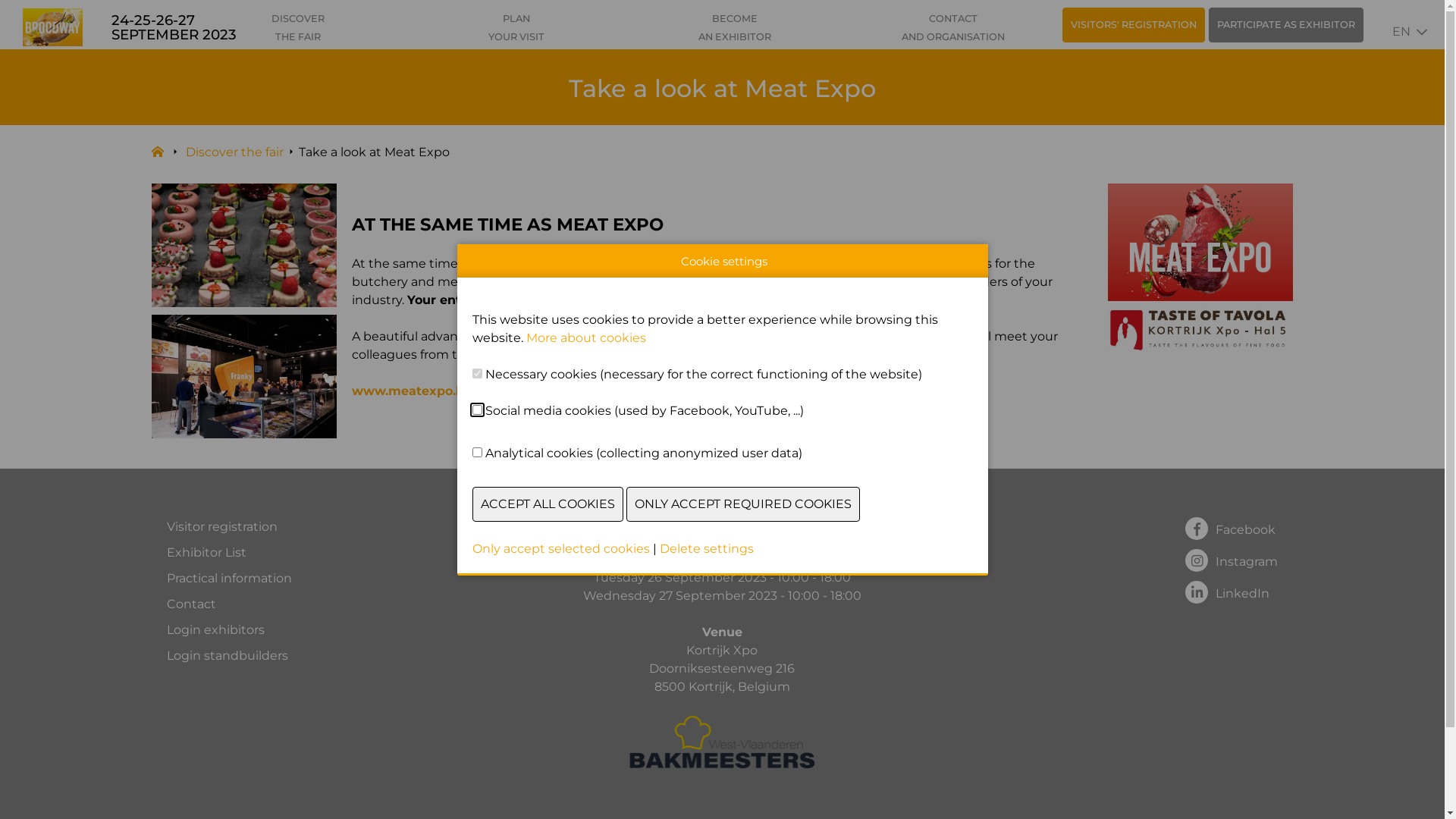 The width and height of the screenshot is (1456, 819). Describe the element at coordinates (560, 548) in the screenshot. I see `'Only accept selected cookies'` at that location.